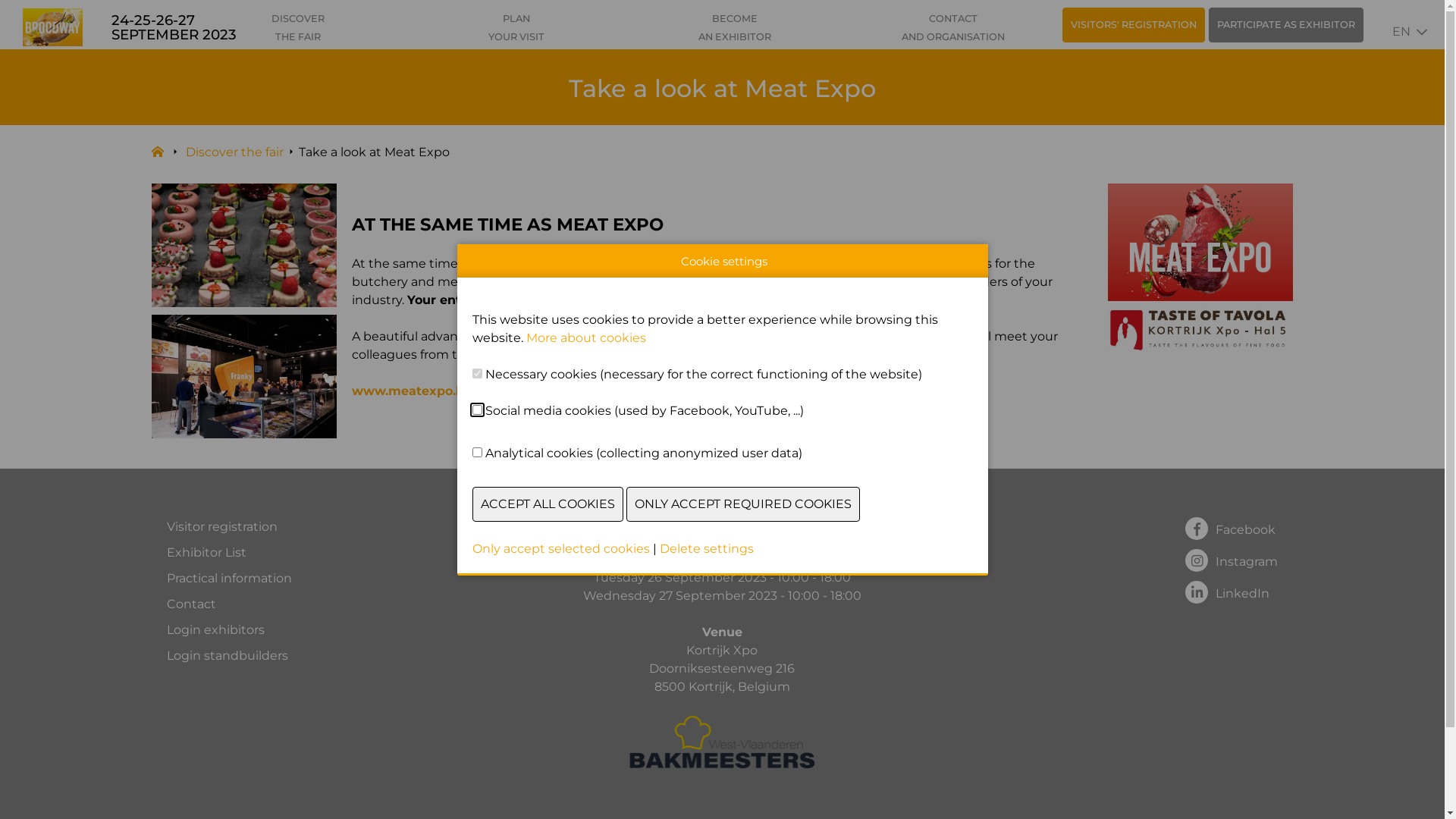 The width and height of the screenshot is (1456, 819). Describe the element at coordinates (560, 548) in the screenshot. I see `'Only accept selected cookies'` at that location.